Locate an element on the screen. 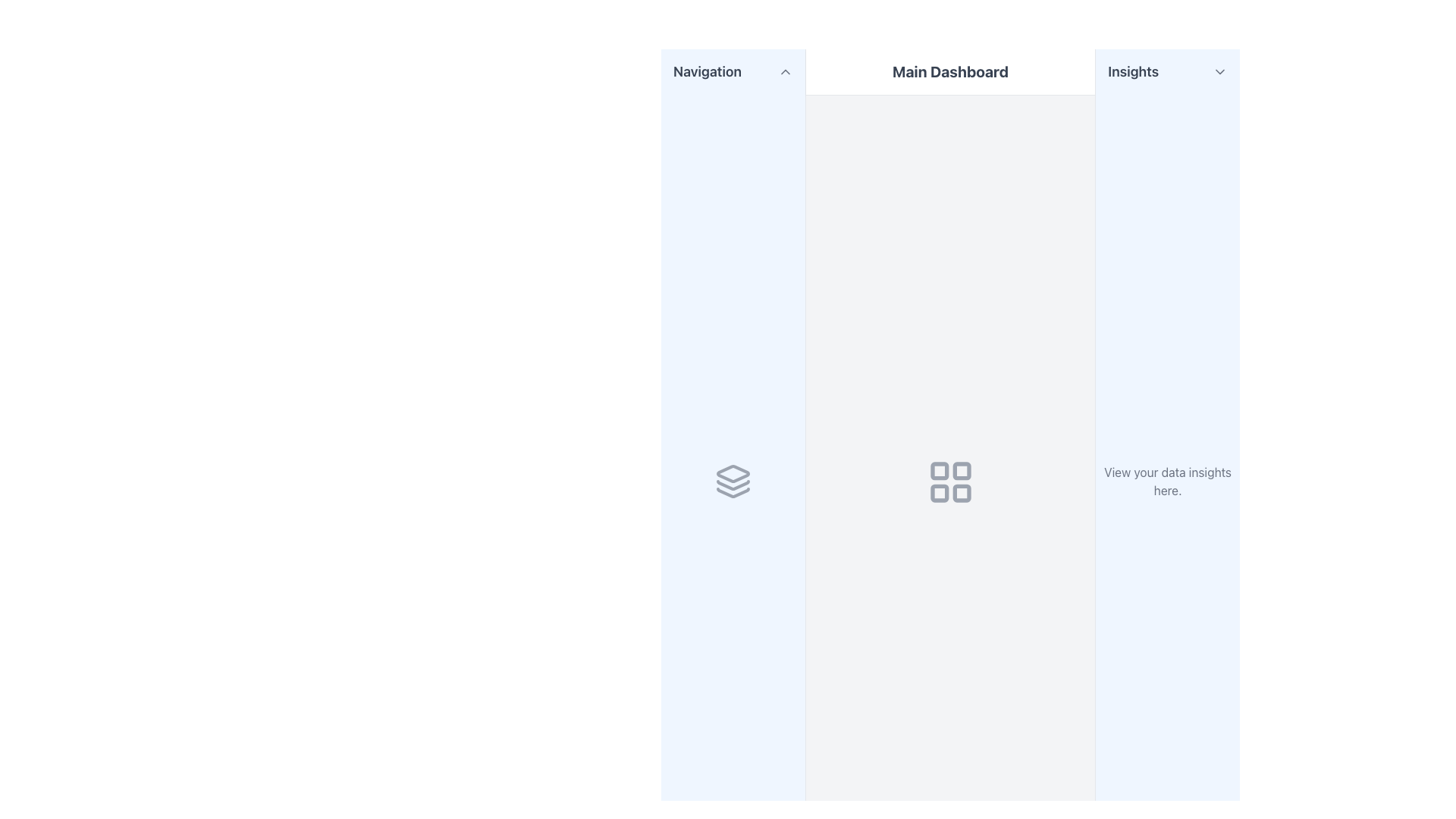  the small, square-shaped icon located in the bottom-right position of a 2x2 grid in the center panel is located at coordinates (961, 493).